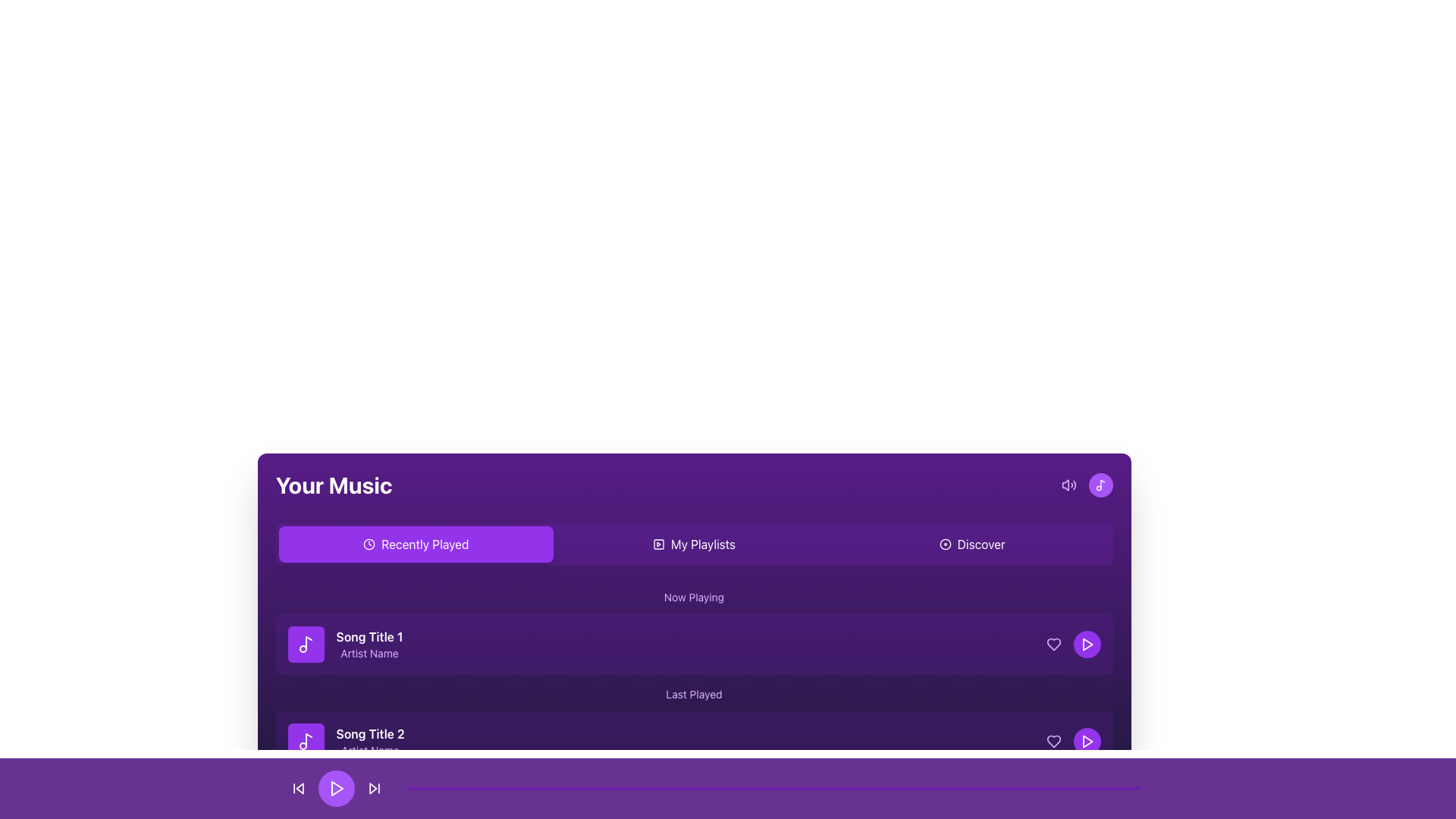 The image size is (1456, 819). I want to click on the musical note icon located in the 'Your Music' section, specifically in the second item of the list, as a visual cue, so click(305, 741).